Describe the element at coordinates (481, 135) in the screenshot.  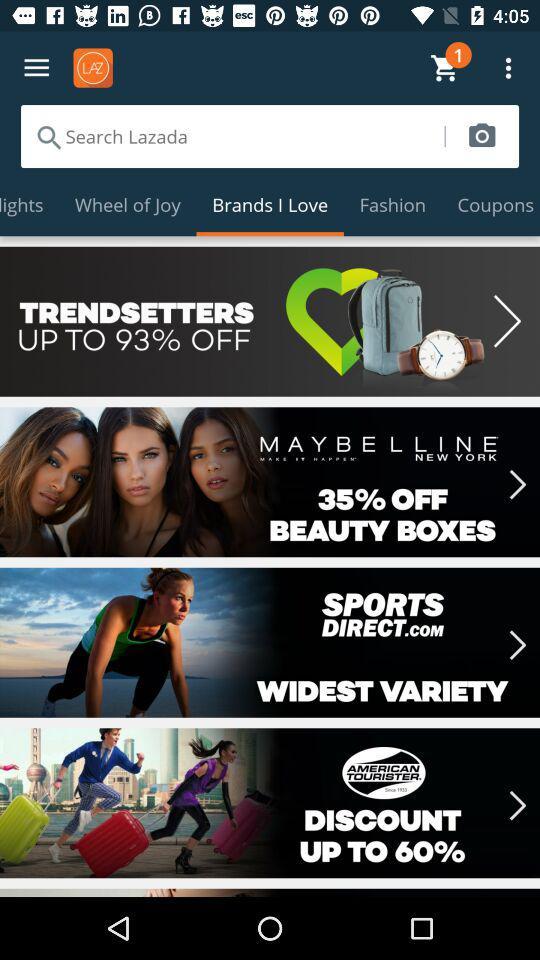
I see `find product with photo` at that location.